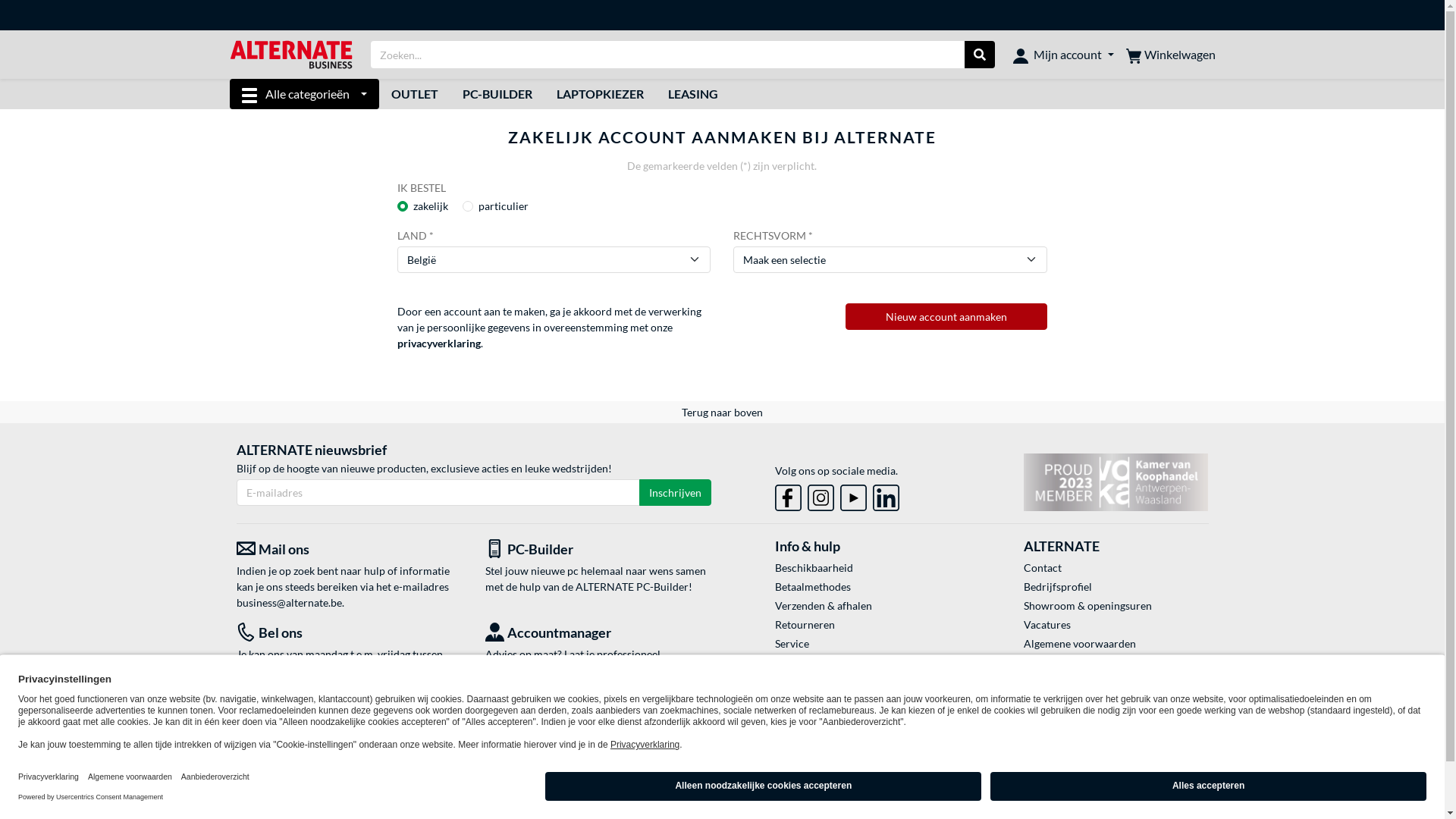 The height and width of the screenshot is (819, 1456). Describe the element at coordinates (597, 549) in the screenshot. I see `'PC-Builder'` at that location.